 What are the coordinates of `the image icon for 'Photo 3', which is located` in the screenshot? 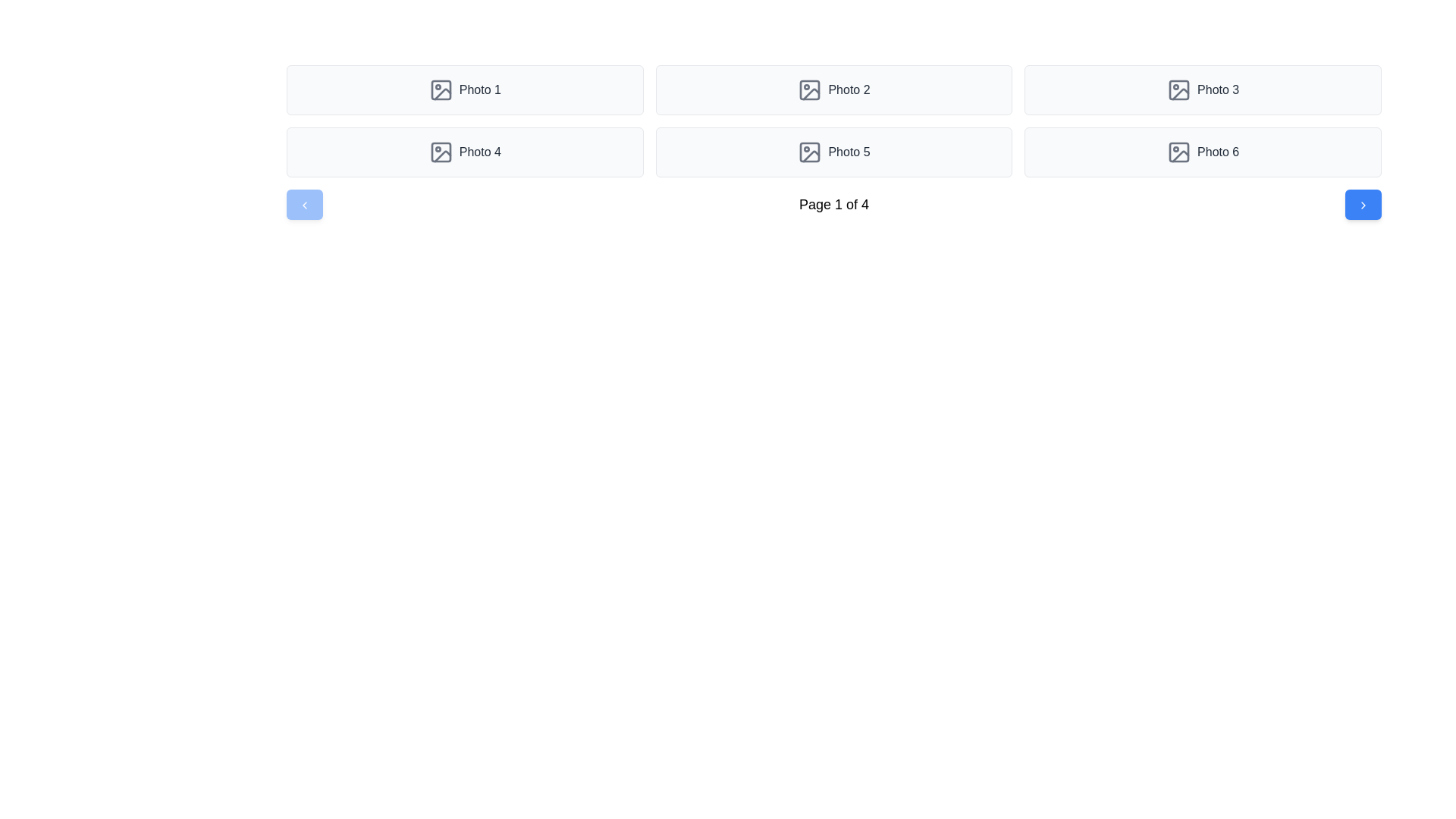 It's located at (1178, 90).